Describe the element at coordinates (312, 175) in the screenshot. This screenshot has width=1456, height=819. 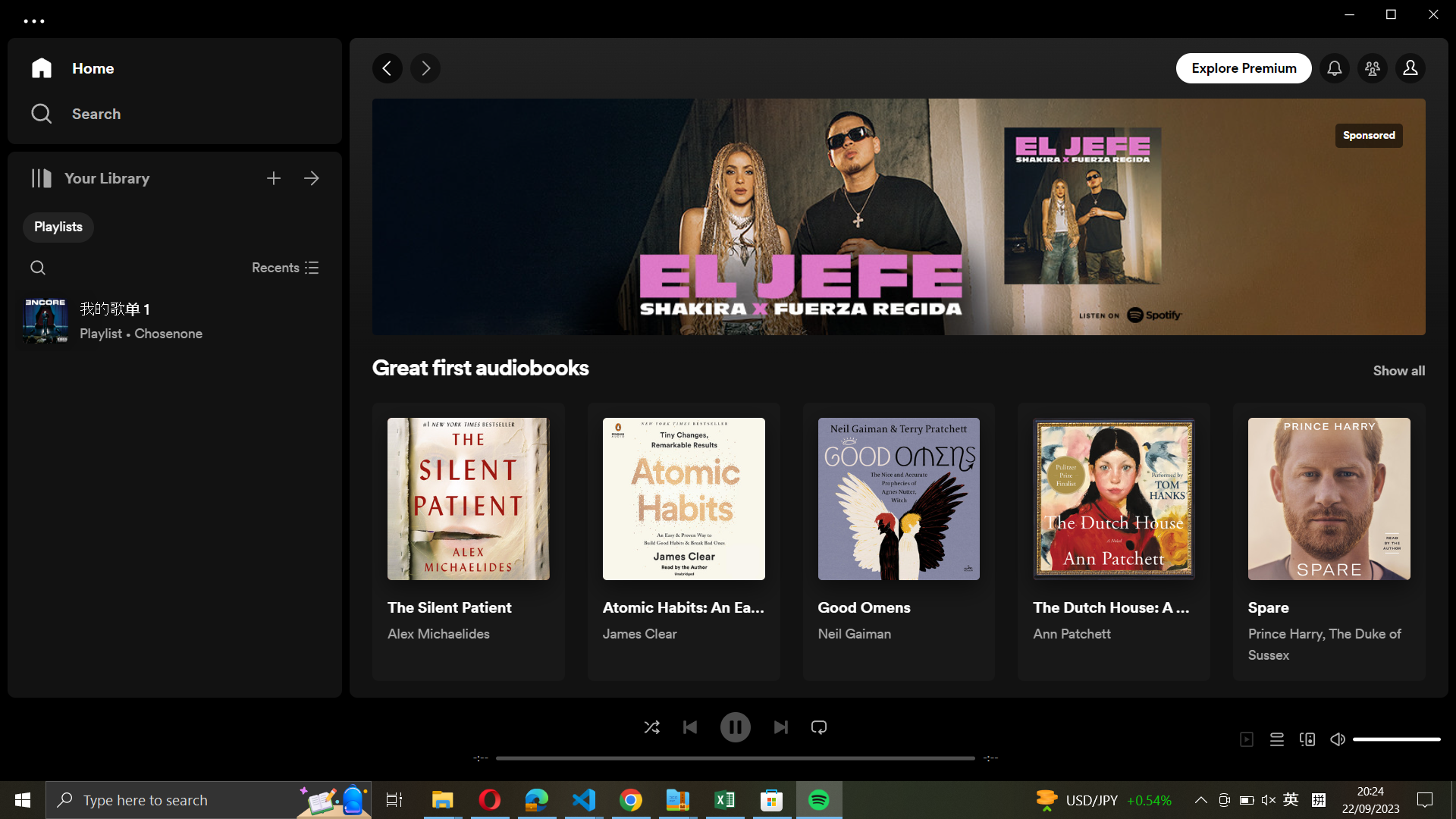
I see `my bookshelf` at that location.